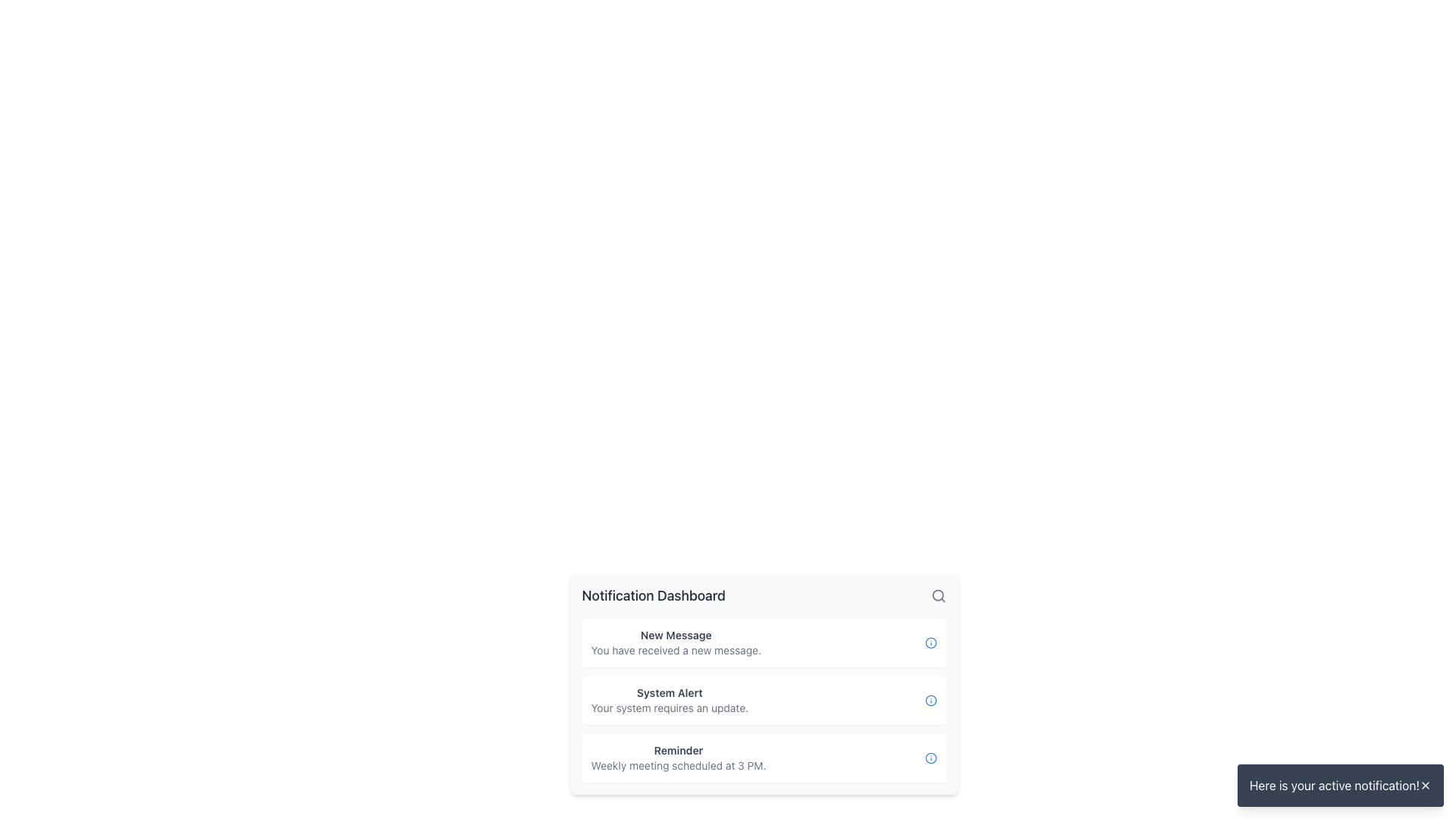 Image resolution: width=1456 pixels, height=819 pixels. I want to click on the information indicator icon located on the right side of the first notification entry, so click(930, 643).